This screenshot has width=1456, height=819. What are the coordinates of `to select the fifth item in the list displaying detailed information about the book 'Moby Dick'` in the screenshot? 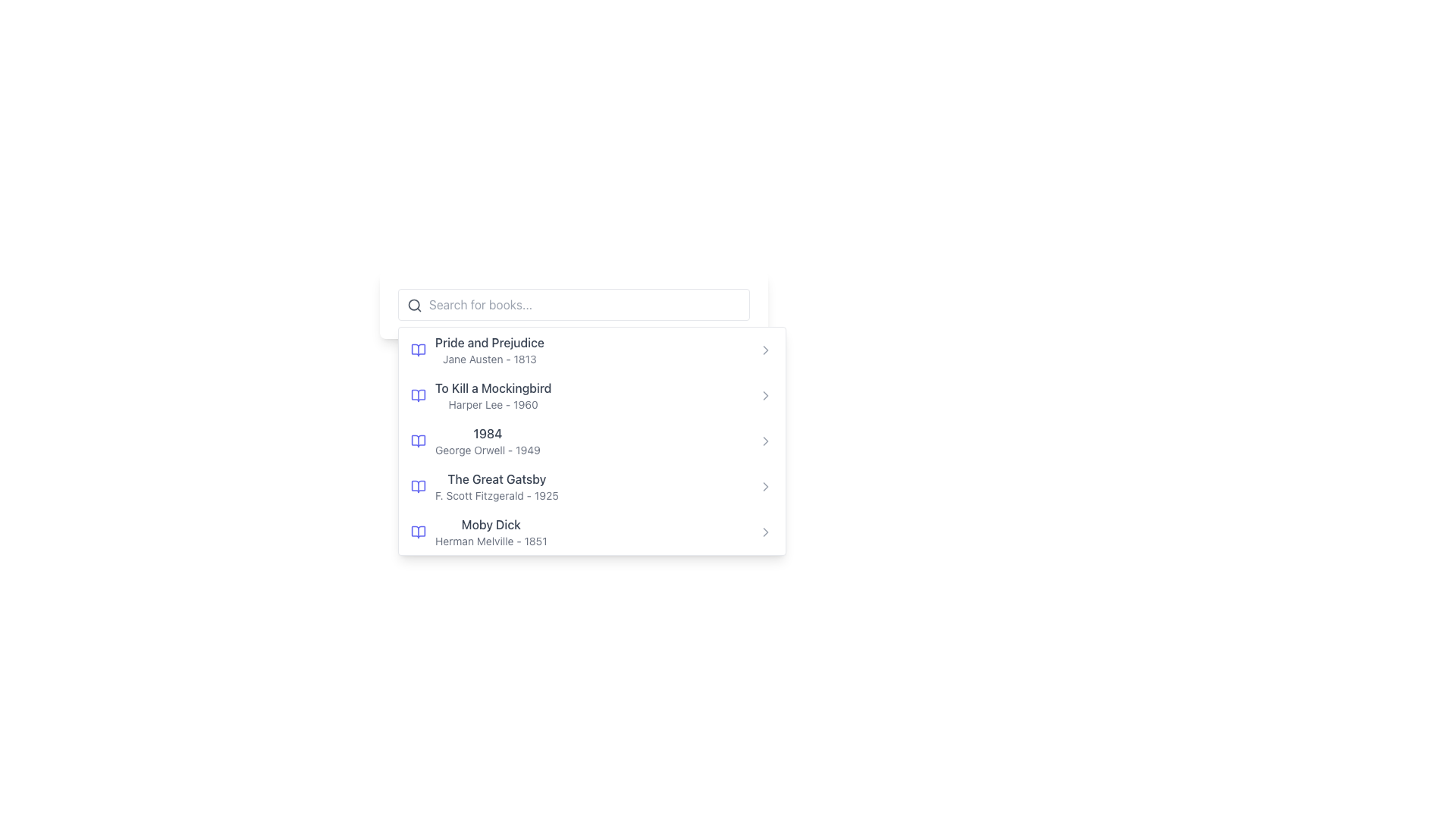 It's located at (478, 532).